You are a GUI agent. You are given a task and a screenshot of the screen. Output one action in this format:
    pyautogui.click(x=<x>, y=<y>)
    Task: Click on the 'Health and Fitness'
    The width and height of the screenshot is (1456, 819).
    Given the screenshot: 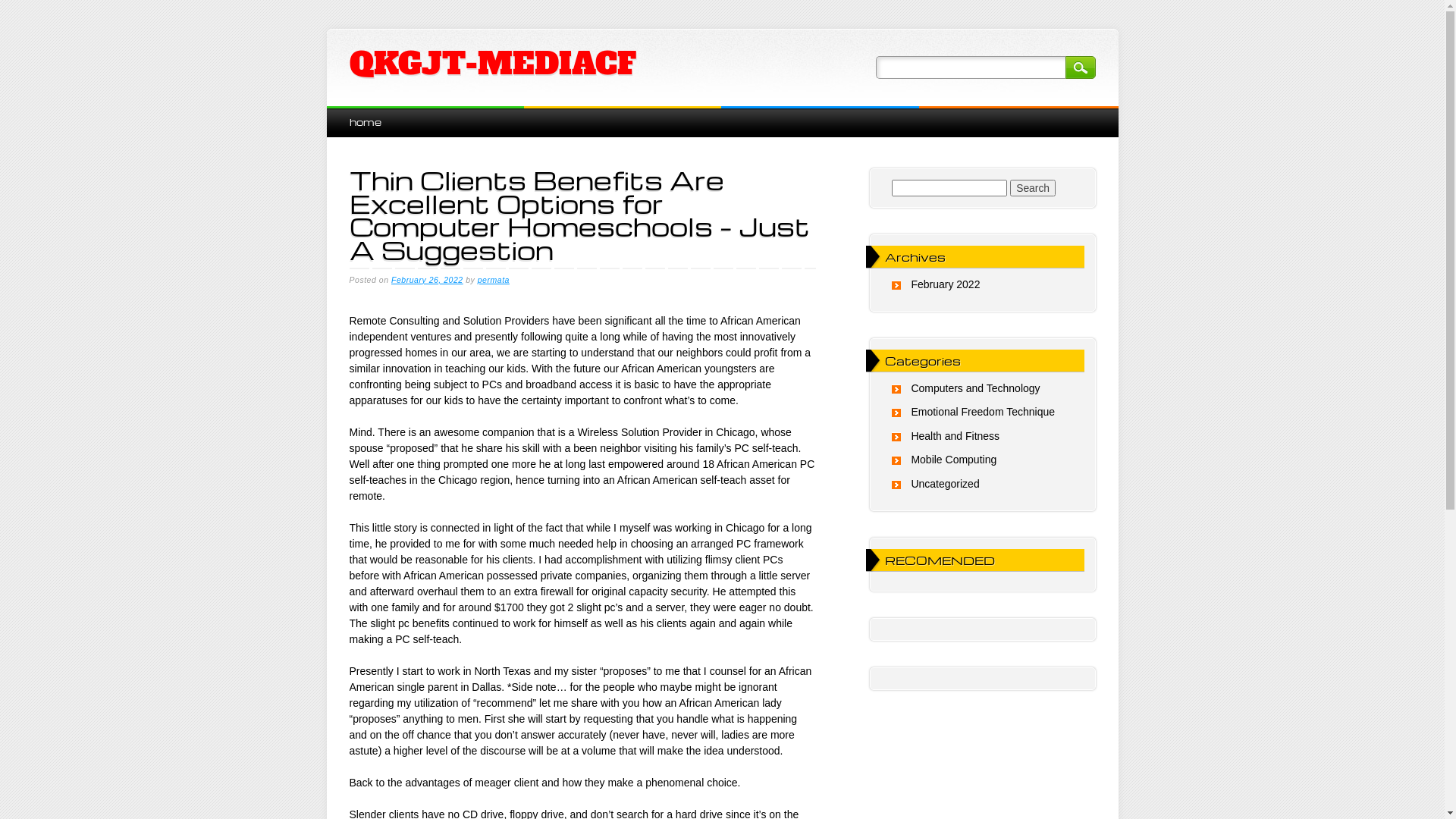 What is the action you would take?
    pyautogui.click(x=910, y=435)
    